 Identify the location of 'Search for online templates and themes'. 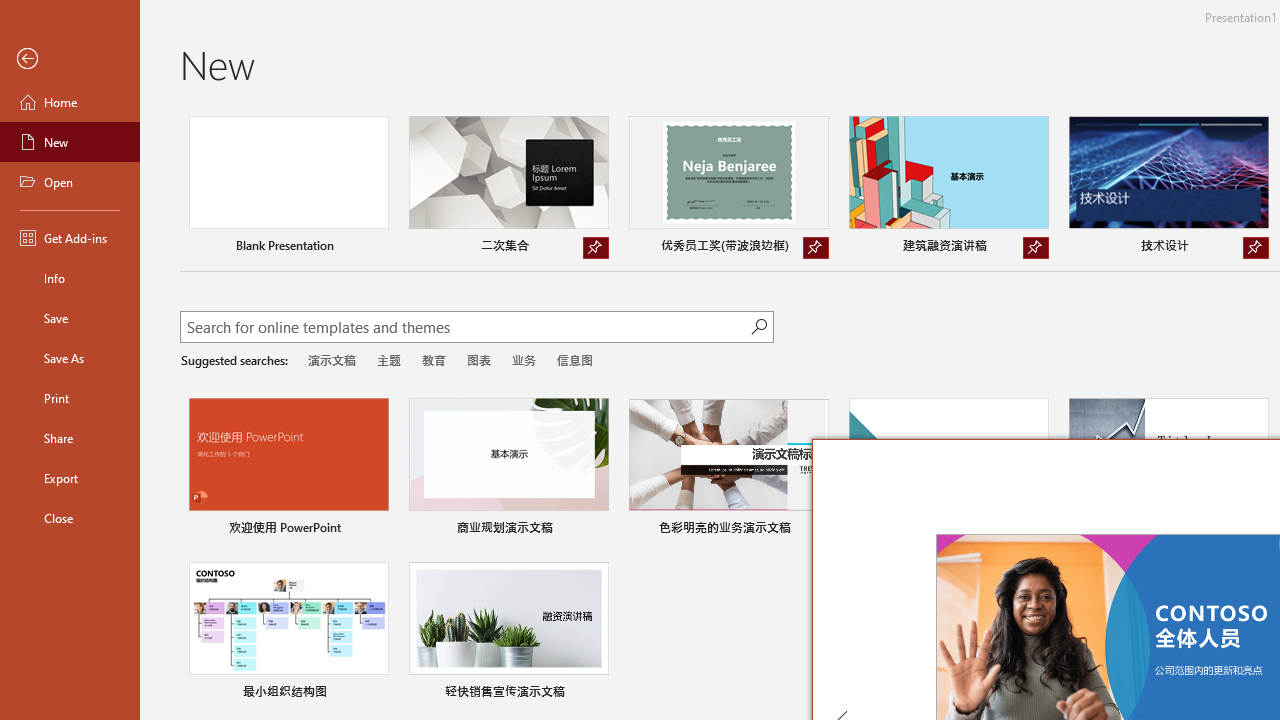
(464, 328).